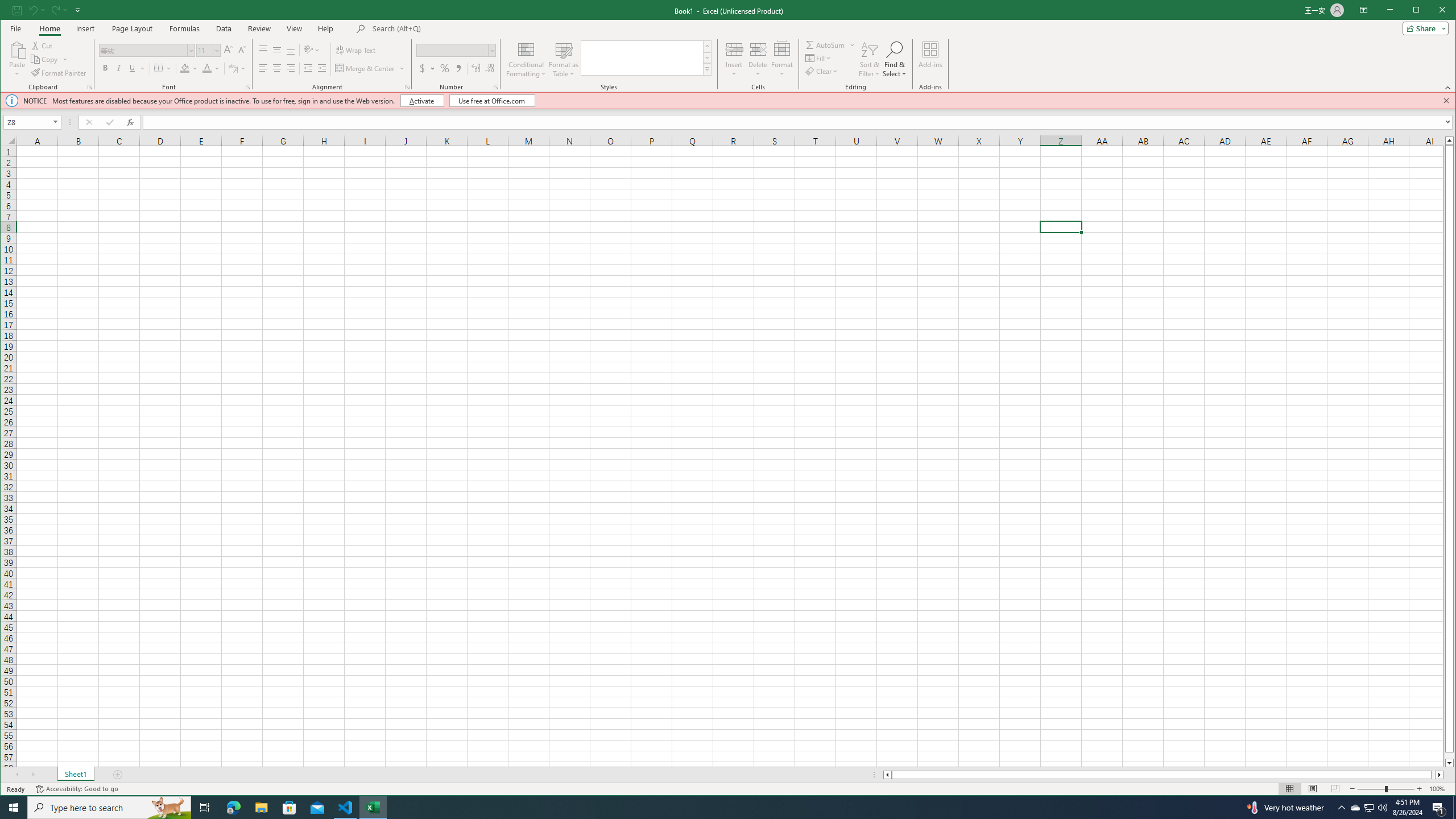 The image size is (1456, 819). Describe the element at coordinates (758, 59) in the screenshot. I see `'Delete'` at that location.